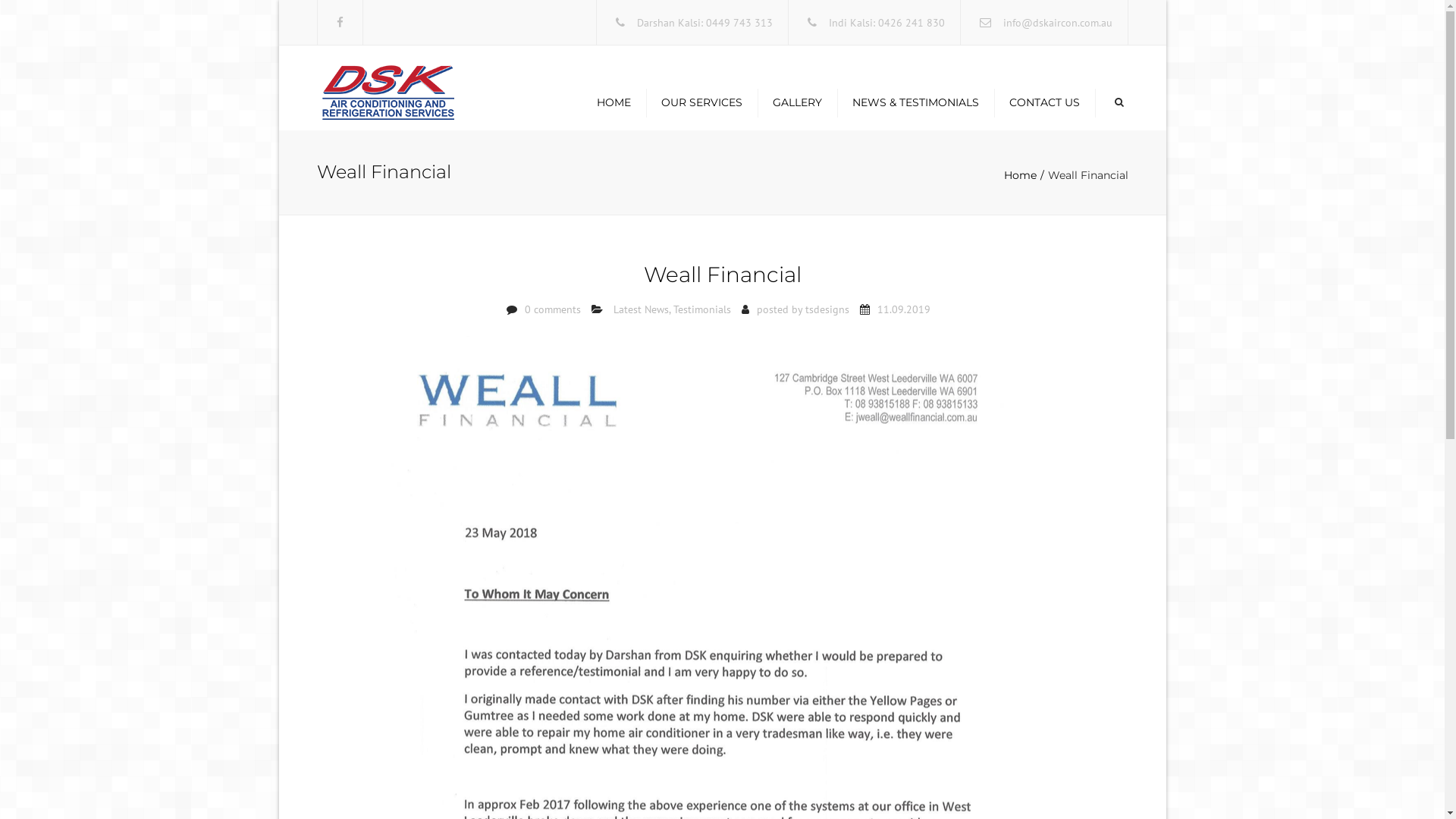 Image resolution: width=1456 pixels, height=819 pixels. Describe the element at coordinates (843, 102) in the screenshot. I see `'NEWS & TESTIMONIALS'` at that location.